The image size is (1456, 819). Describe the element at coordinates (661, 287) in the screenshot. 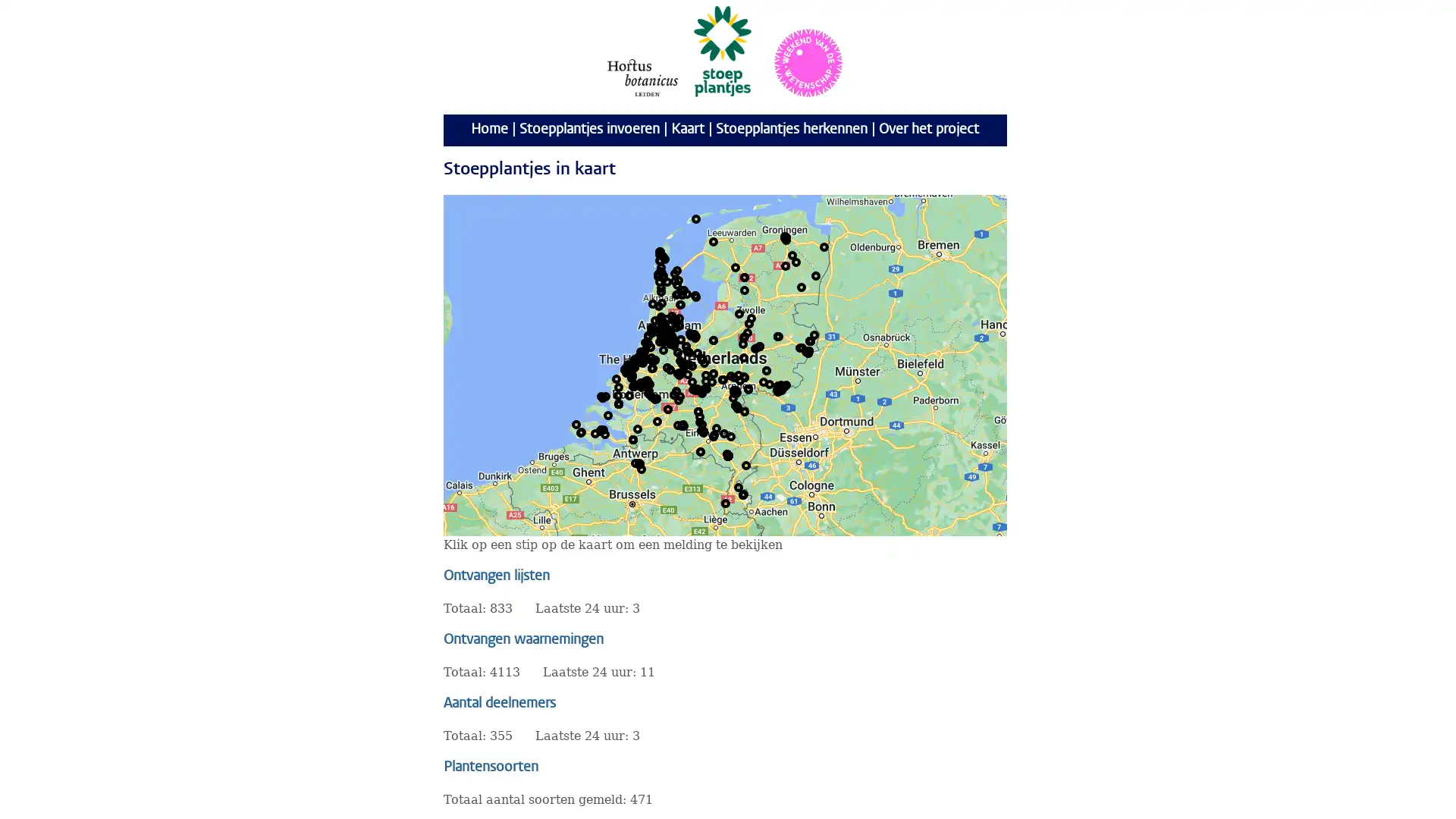

I see `Telling van op 14 maart 2022` at that location.